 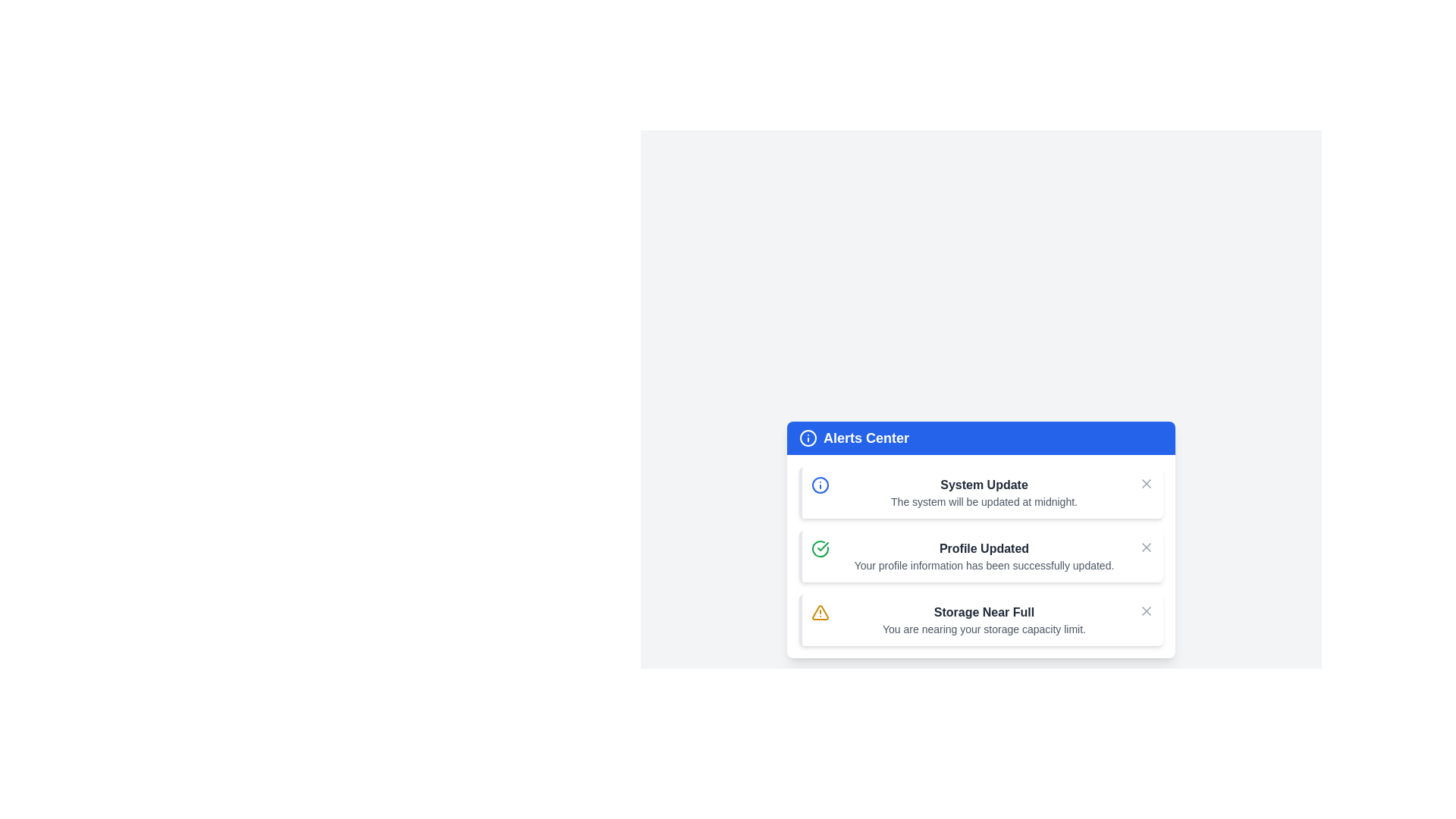 What do you see at coordinates (984, 502) in the screenshot?
I see `text content of the text label located below the 'System Update' header in the Alerts Center interface, which provides additional information regarding the system update` at bounding box center [984, 502].